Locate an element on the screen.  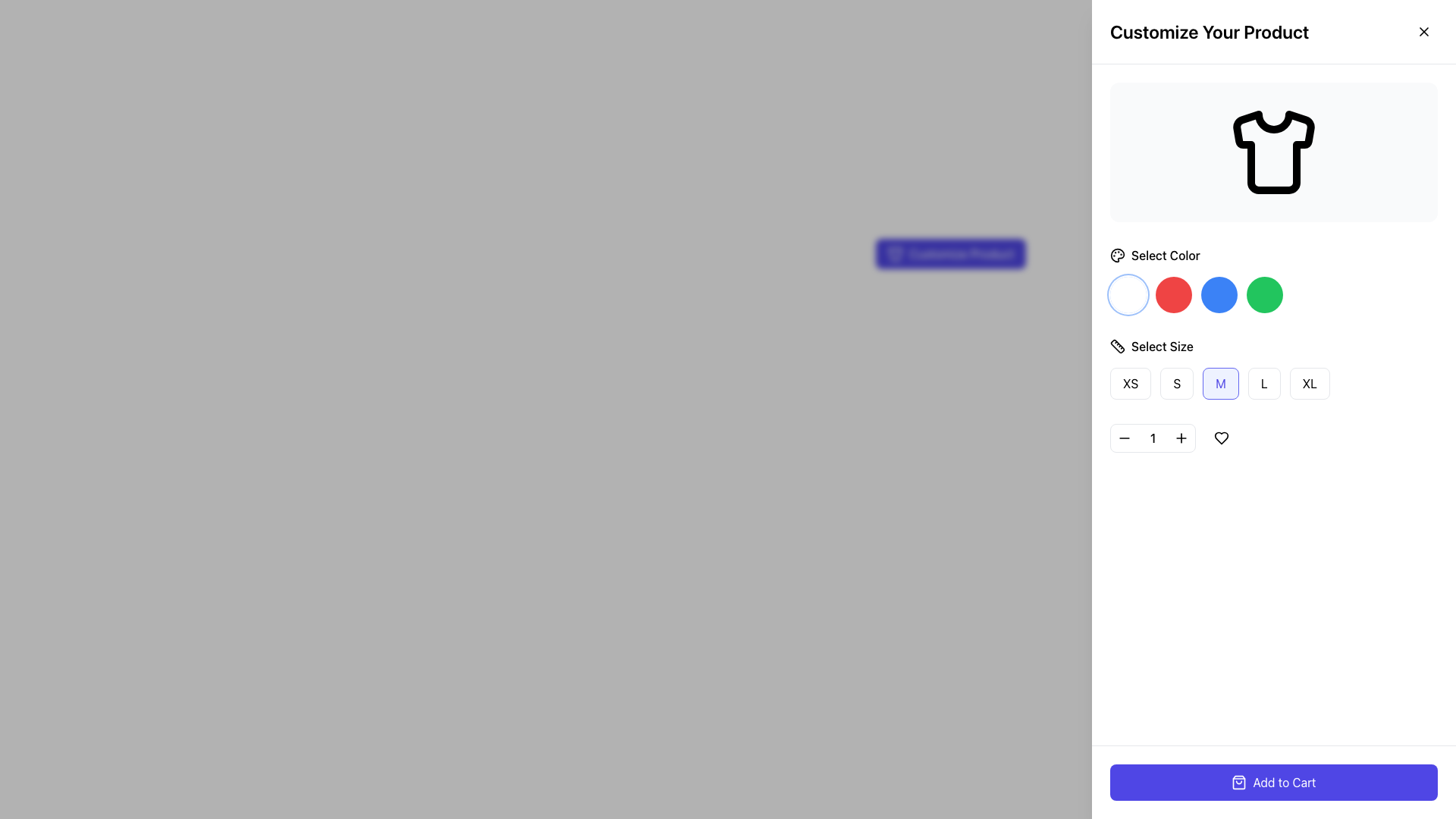
the shopping bag icon, which is a thin outline icon located to the left of the 'Add to Cart' button, within the button's boundary is located at coordinates (1239, 783).